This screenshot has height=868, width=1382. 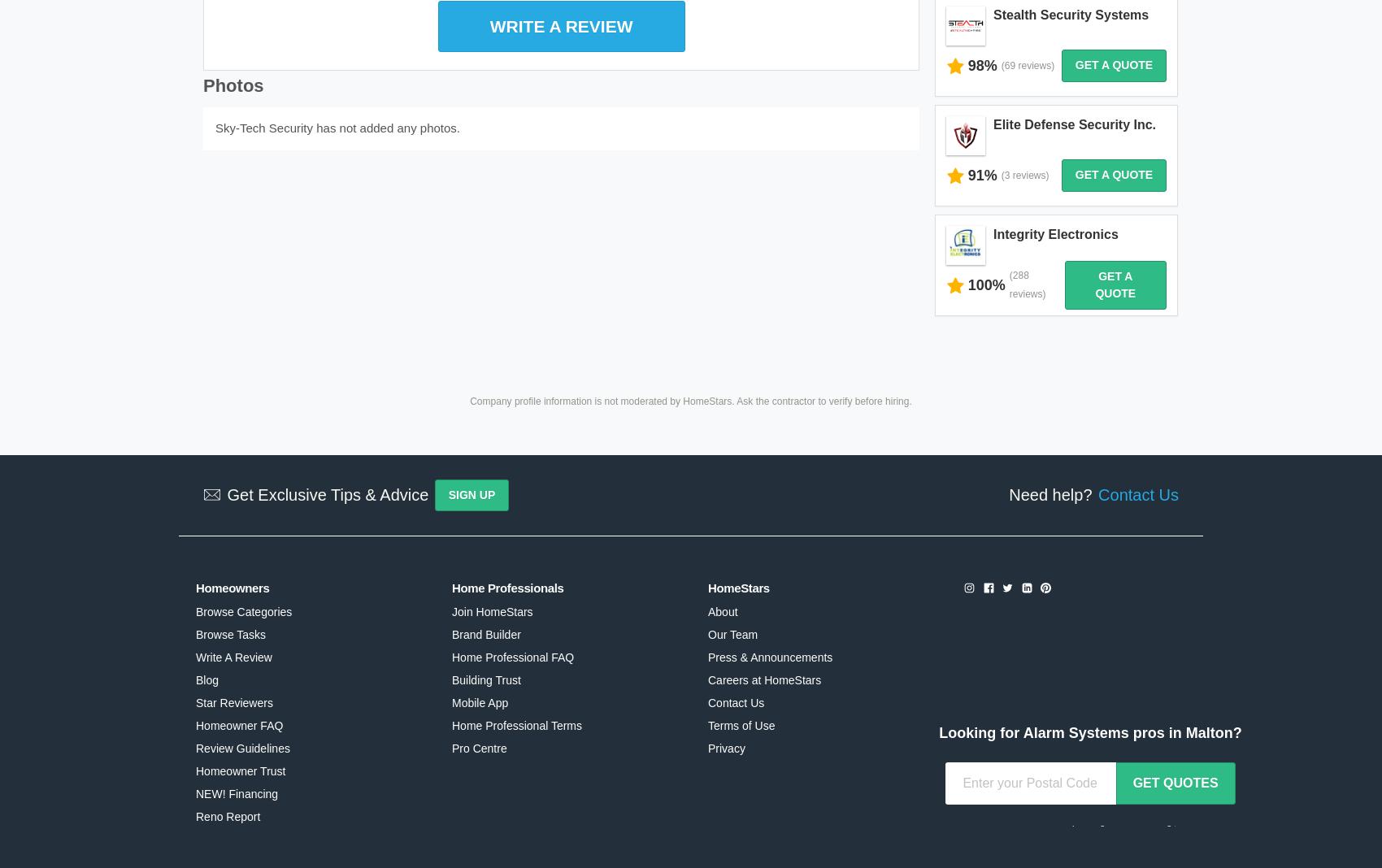 I want to click on 'Homeowners', so click(x=232, y=519).